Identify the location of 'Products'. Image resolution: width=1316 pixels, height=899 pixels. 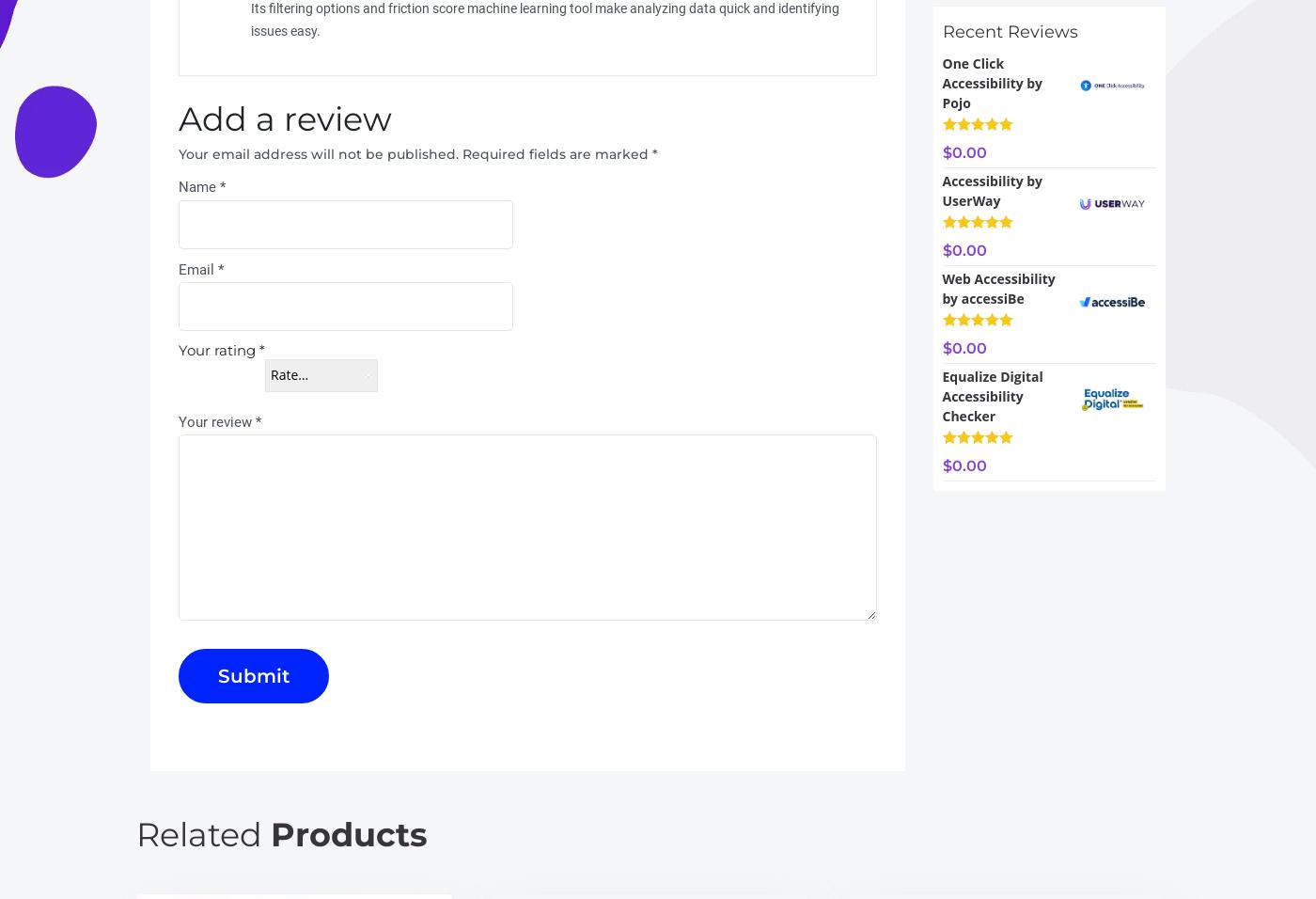
(349, 834).